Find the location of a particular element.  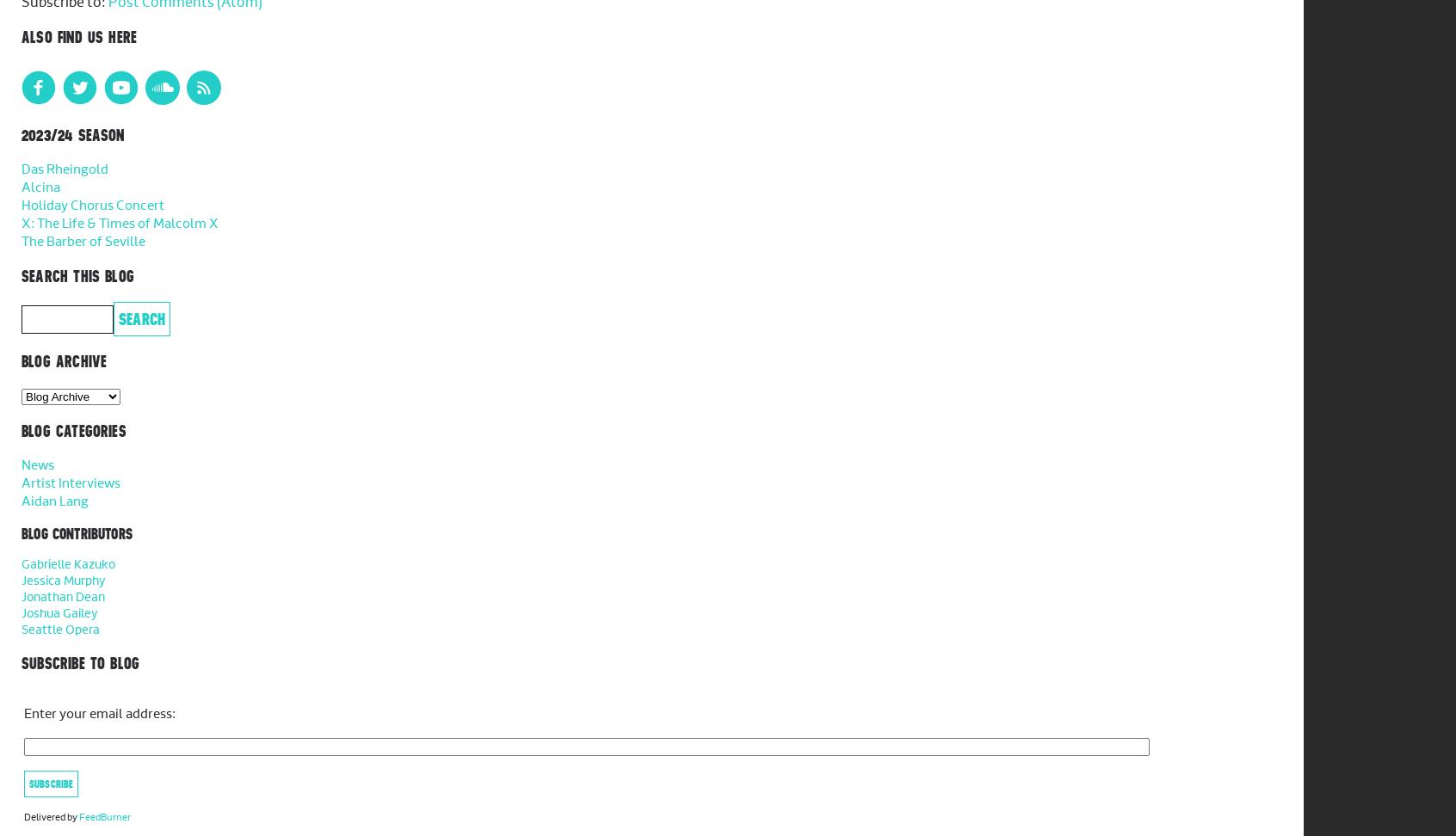

'X: The Life & Times of Malcolm X' is located at coordinates (21, 224).